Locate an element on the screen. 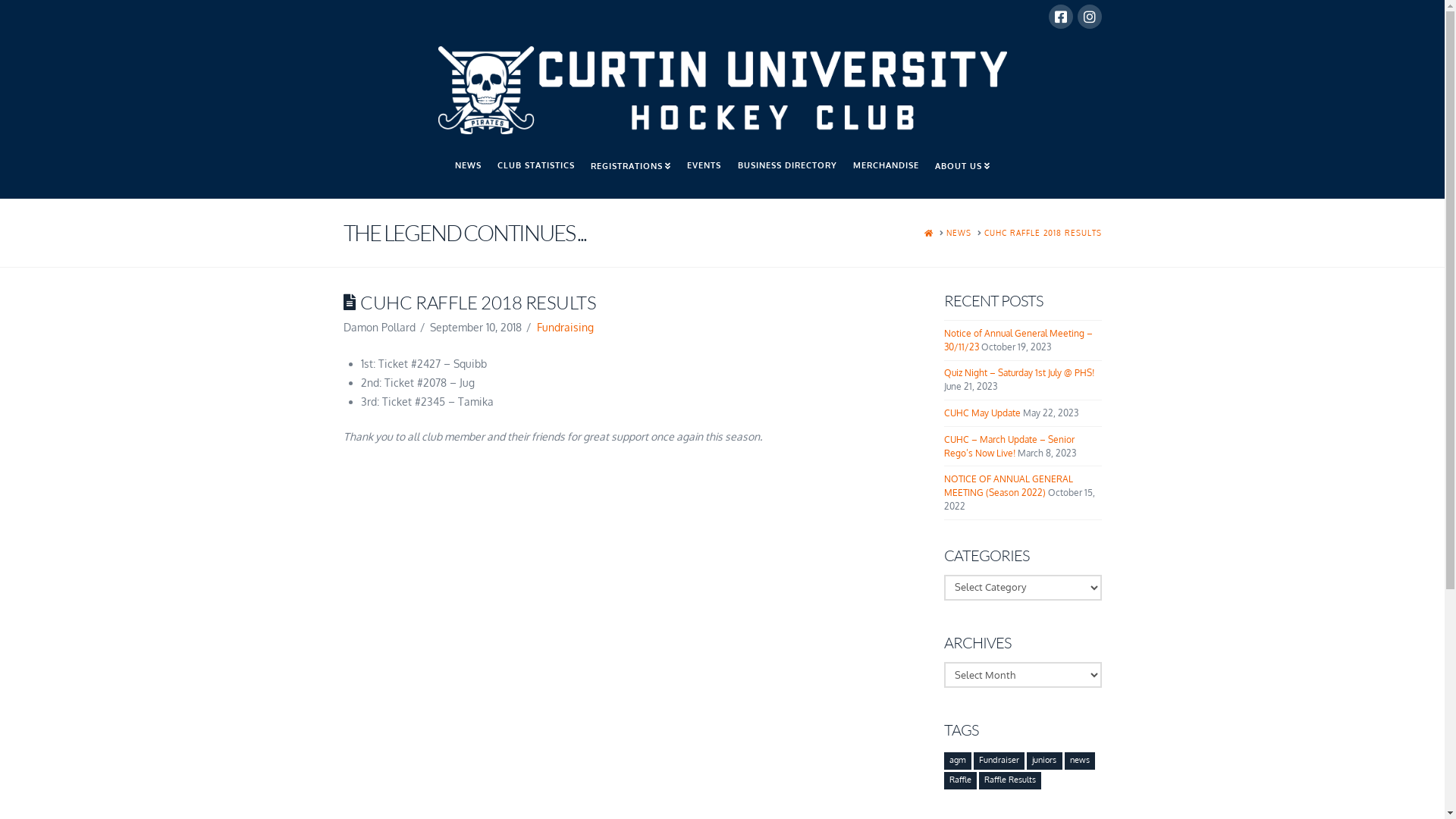 The image size is (1456, 819). 'ABOUT US' is located at coordinates (962, 171).